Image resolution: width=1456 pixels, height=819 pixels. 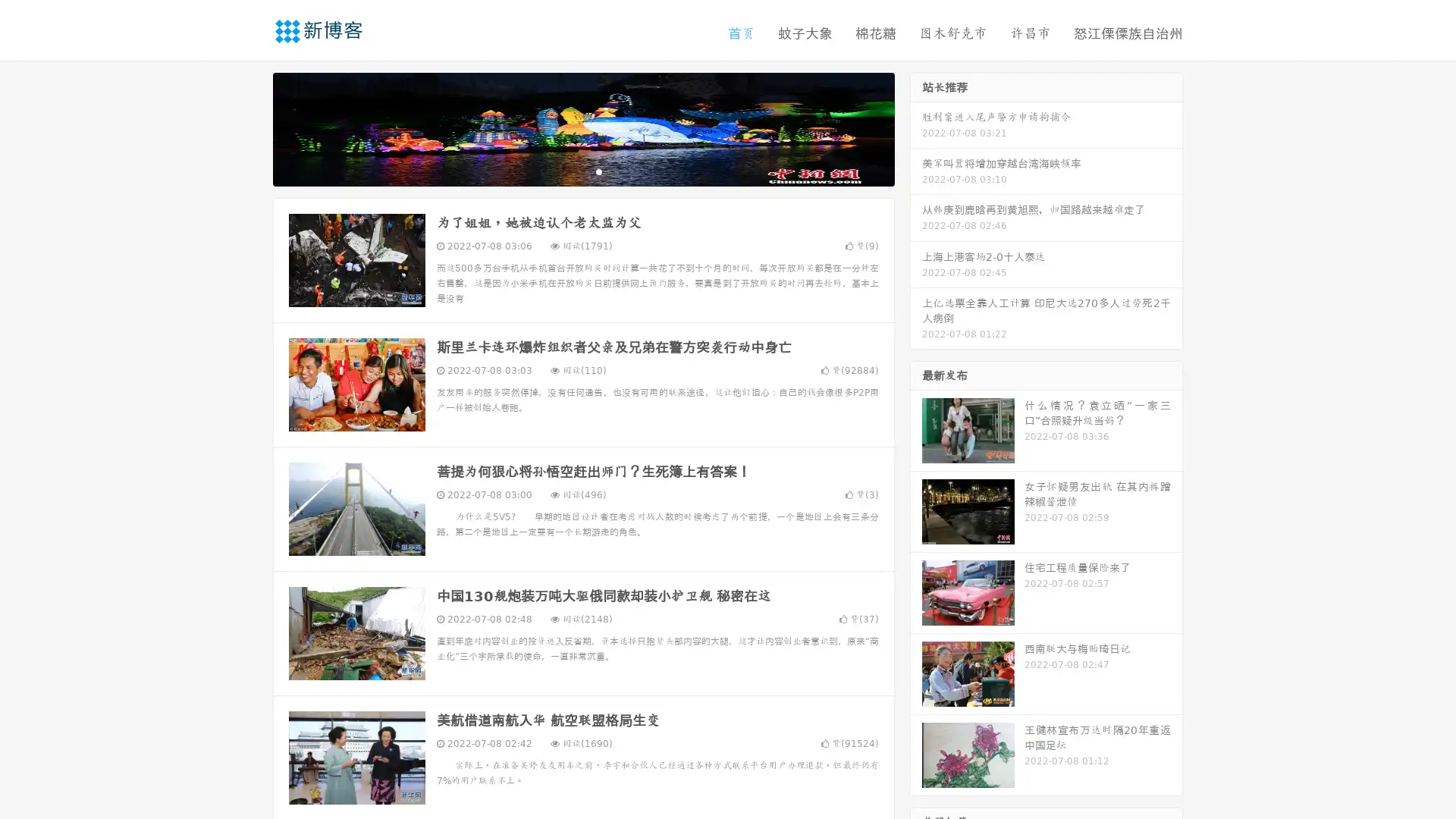 What do you see at coordinates (250, 127) in the screenshot?
I see `Previous slide` at bounding box center [250, 127].